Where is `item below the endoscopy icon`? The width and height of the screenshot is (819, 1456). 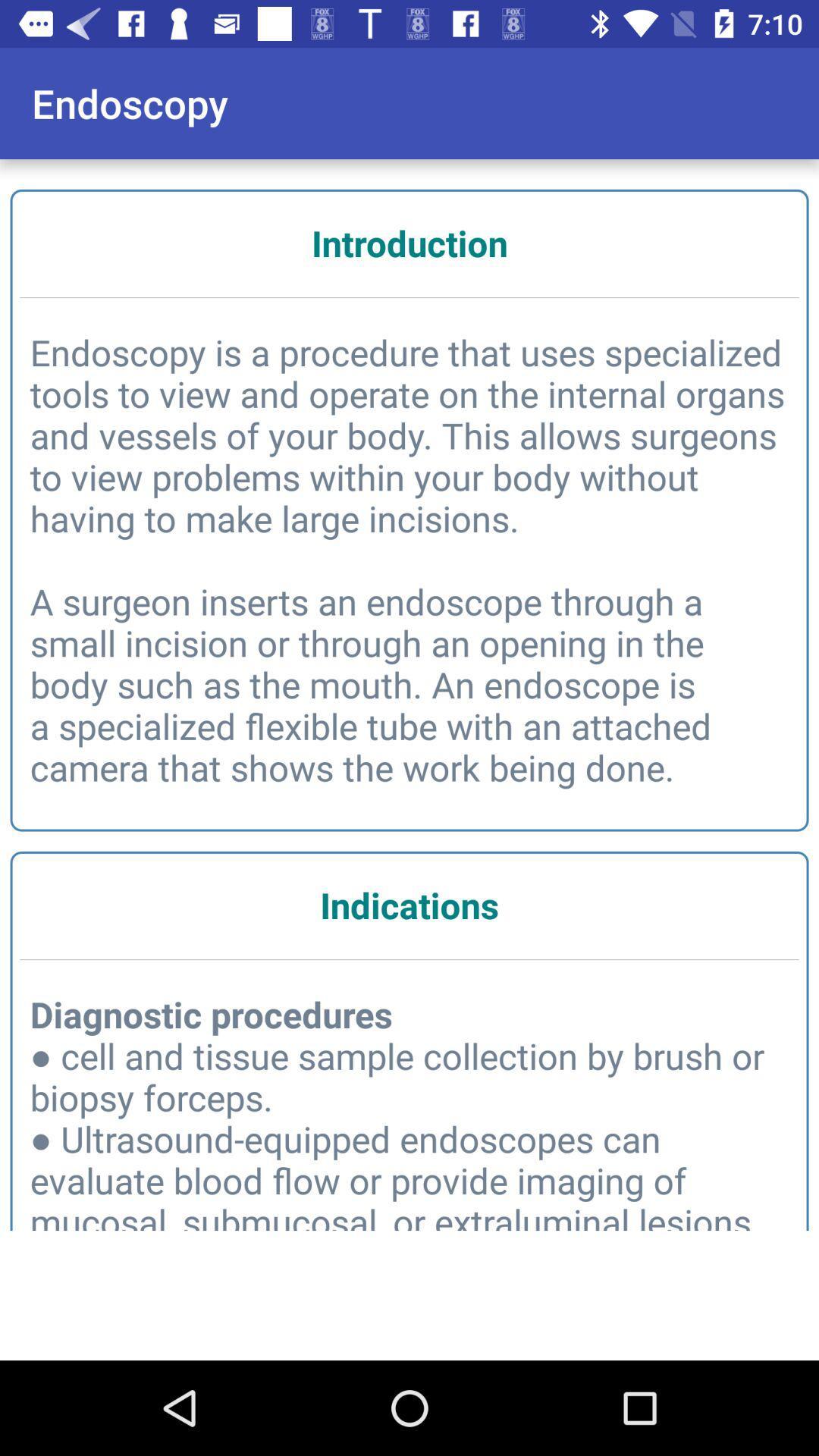 item below the endoscopy icon is located at coordinates (409, 243).